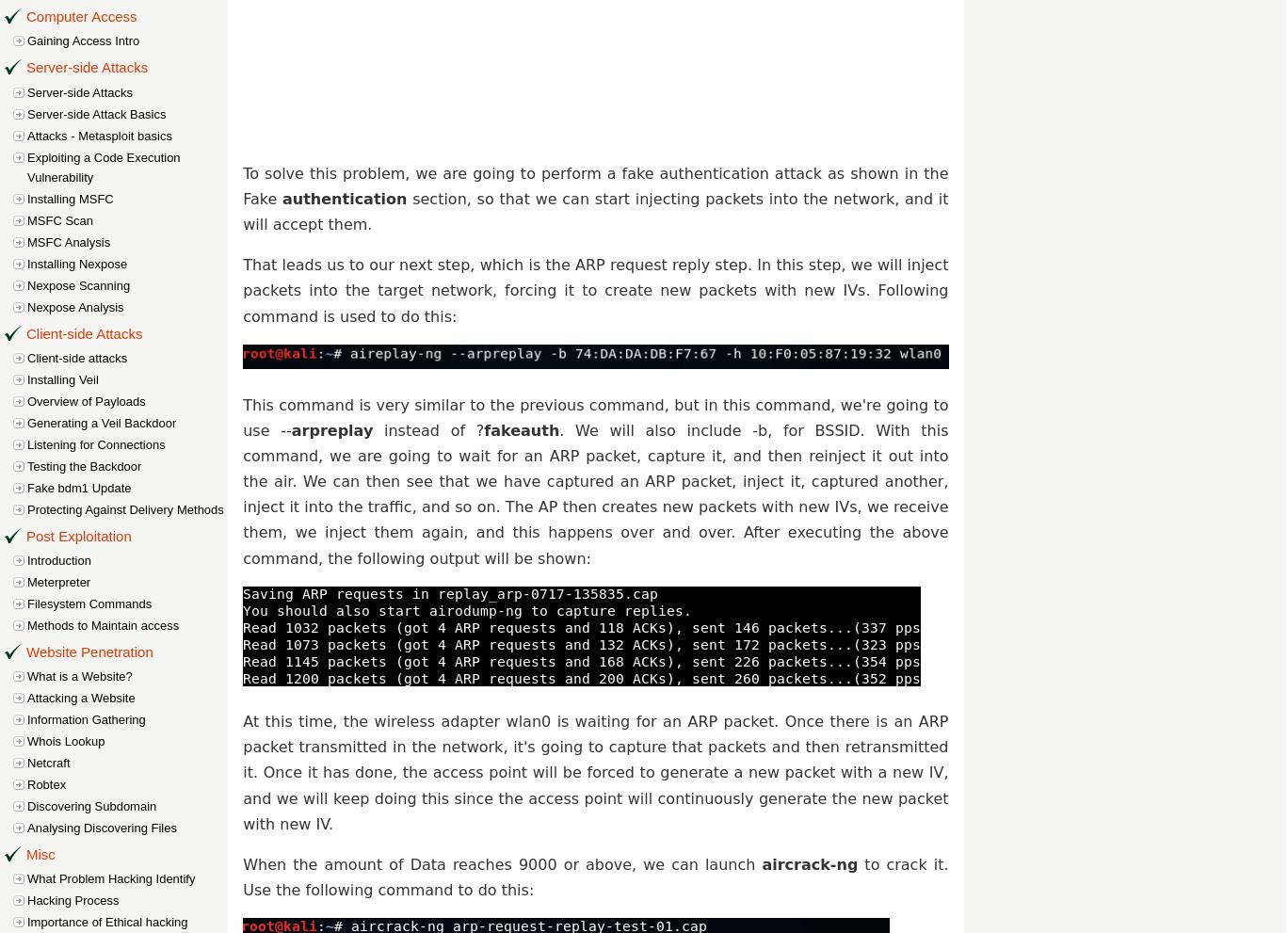 This screenshot has height=933, width=1288. Describe the element at coordinates (89, 651) in the screenshot. I see `'Website Penetration'` at that location.